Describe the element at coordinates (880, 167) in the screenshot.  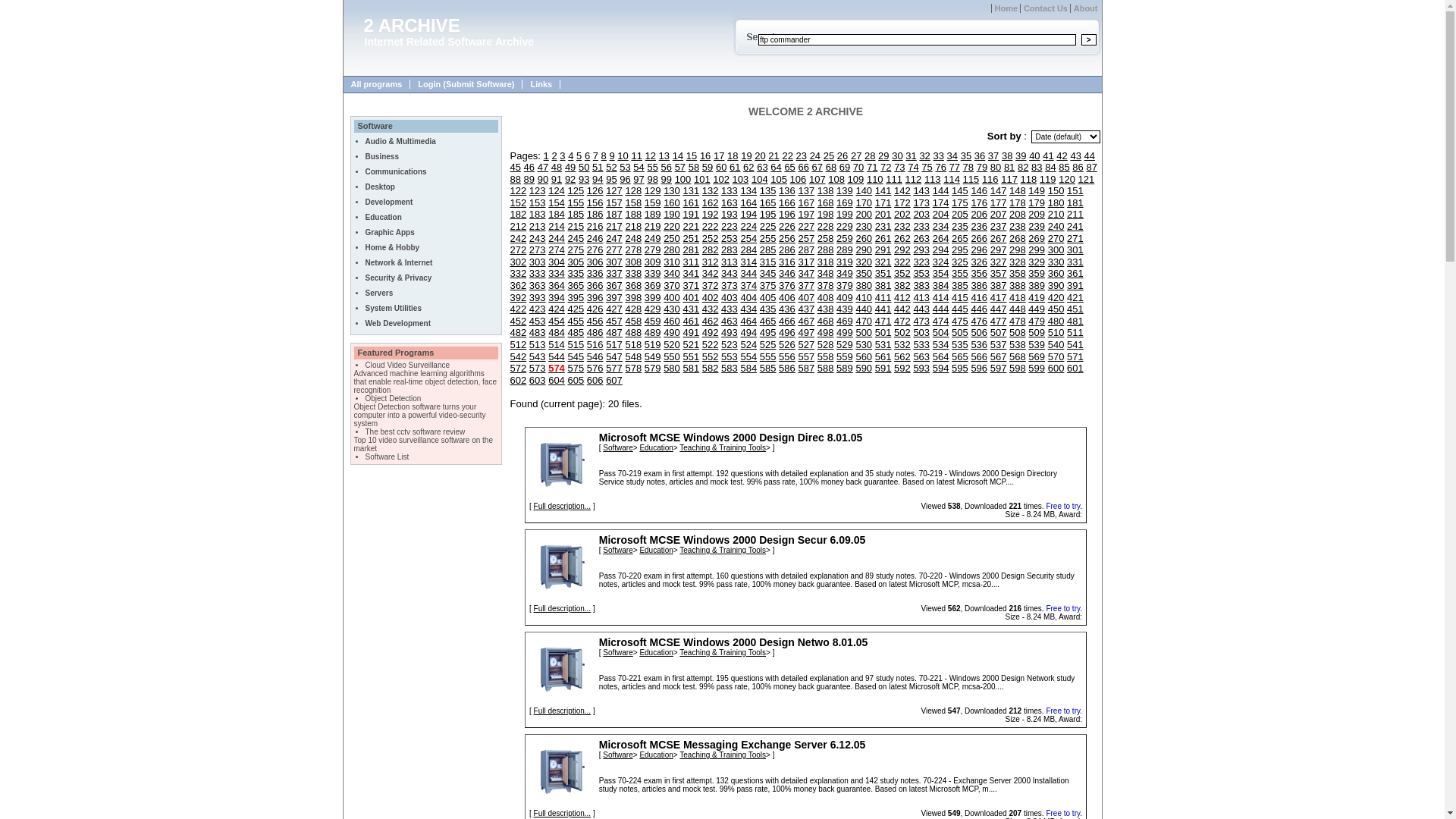
I see `'72'` at that location.